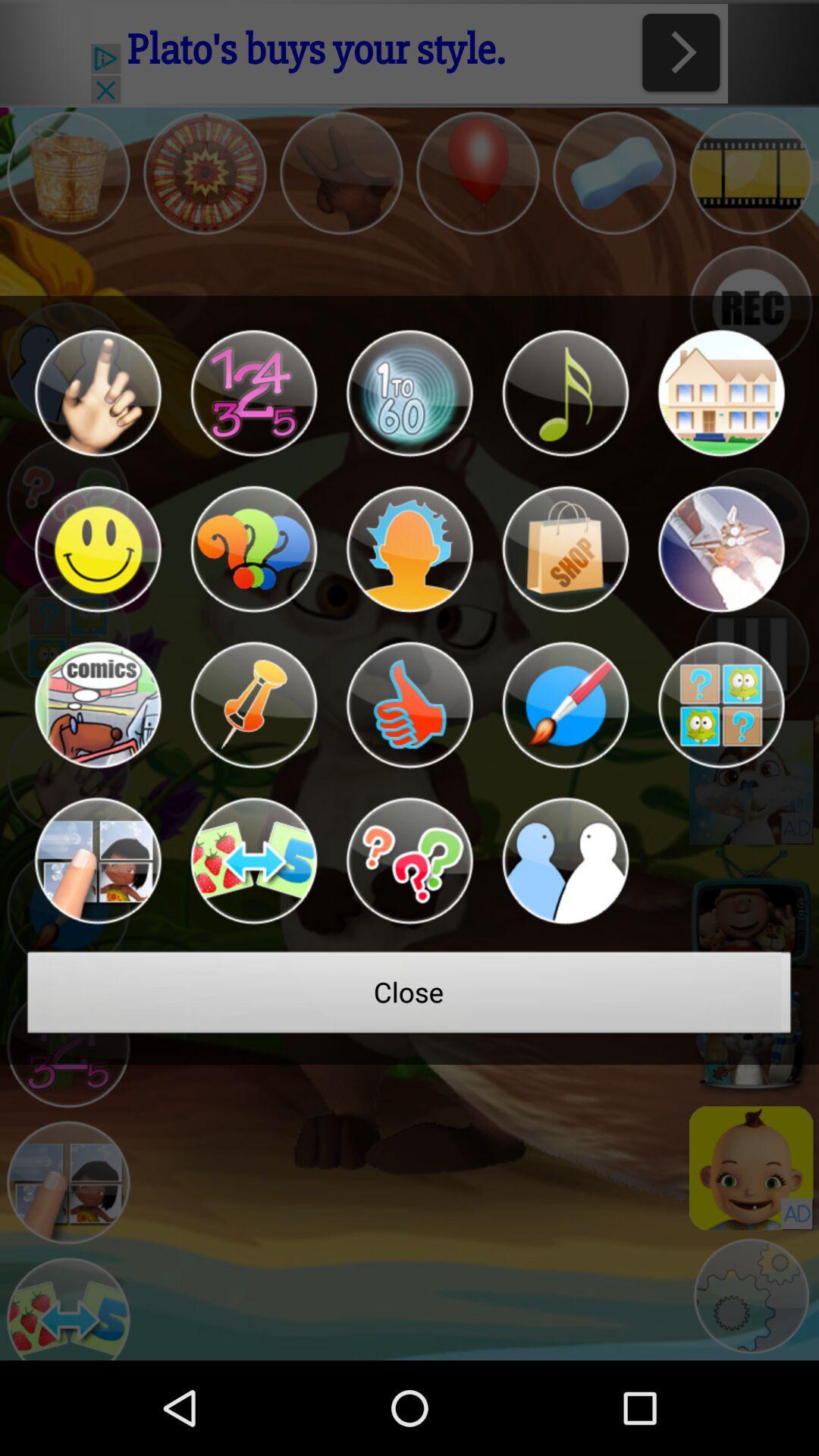 Image resolution: width=819 pixels, height=1456 pixels. Describe the element at coordinates (97, 587) in the screenshot. I see `the emoji icon` at that location.